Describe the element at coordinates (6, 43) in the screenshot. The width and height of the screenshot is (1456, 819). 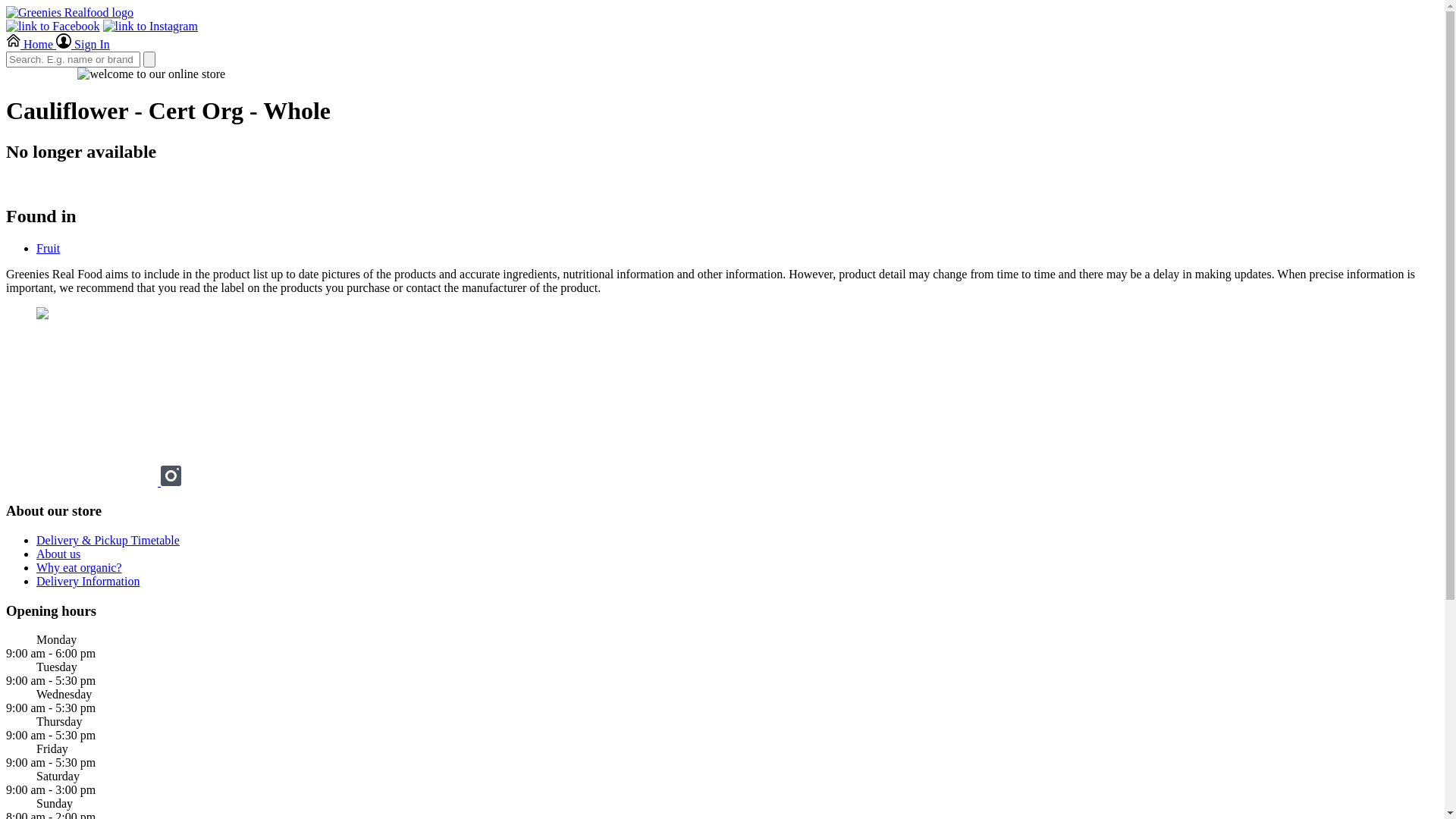
I see `'Home'` at that location.